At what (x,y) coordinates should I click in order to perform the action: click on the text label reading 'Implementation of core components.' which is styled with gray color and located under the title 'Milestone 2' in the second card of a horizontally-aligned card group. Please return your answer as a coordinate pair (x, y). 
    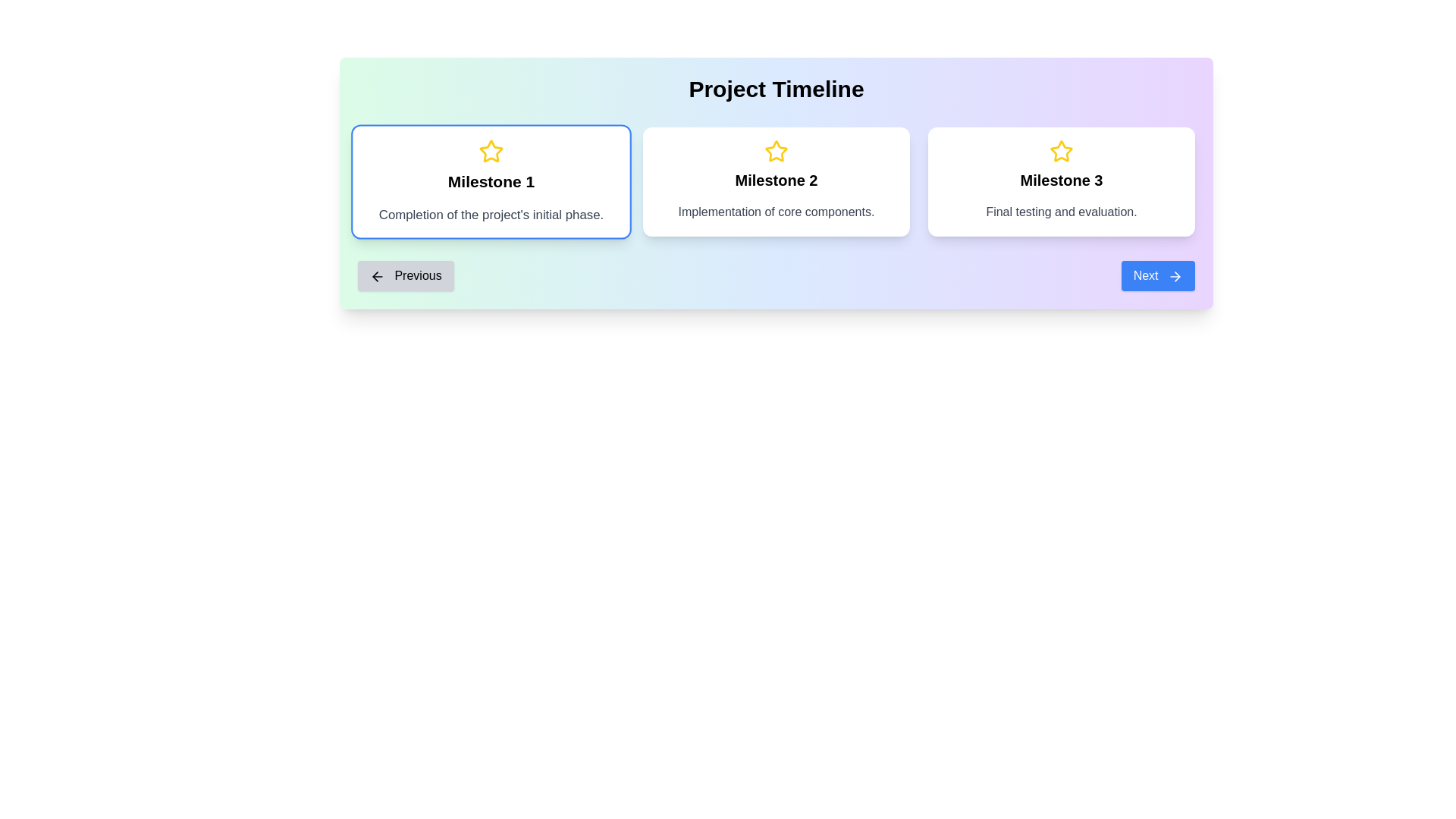
    Looking at the image, I should click on (776, 212).